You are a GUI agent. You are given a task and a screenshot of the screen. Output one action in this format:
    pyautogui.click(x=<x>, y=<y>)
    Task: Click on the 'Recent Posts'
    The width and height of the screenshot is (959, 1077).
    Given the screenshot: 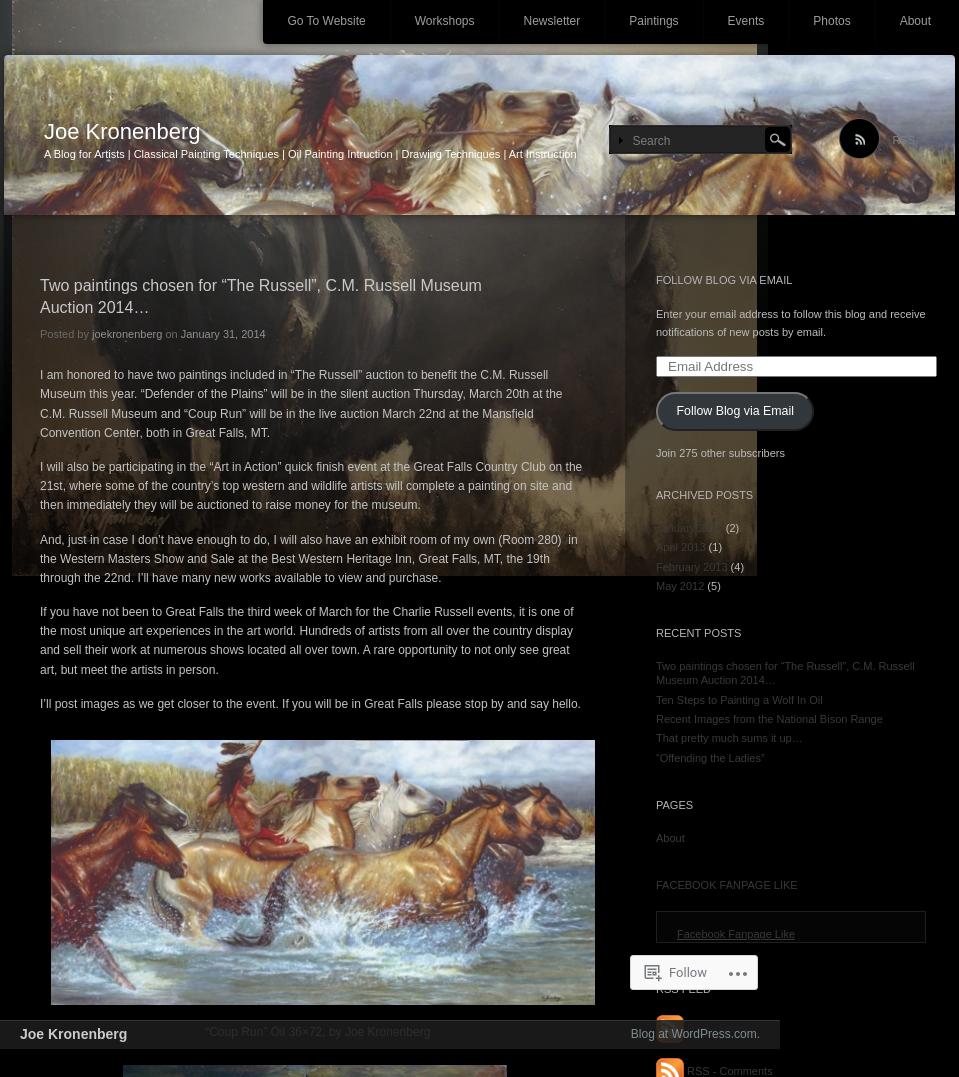 What is the action you would take?
    pyautogui.click(x=697, y=632)
    